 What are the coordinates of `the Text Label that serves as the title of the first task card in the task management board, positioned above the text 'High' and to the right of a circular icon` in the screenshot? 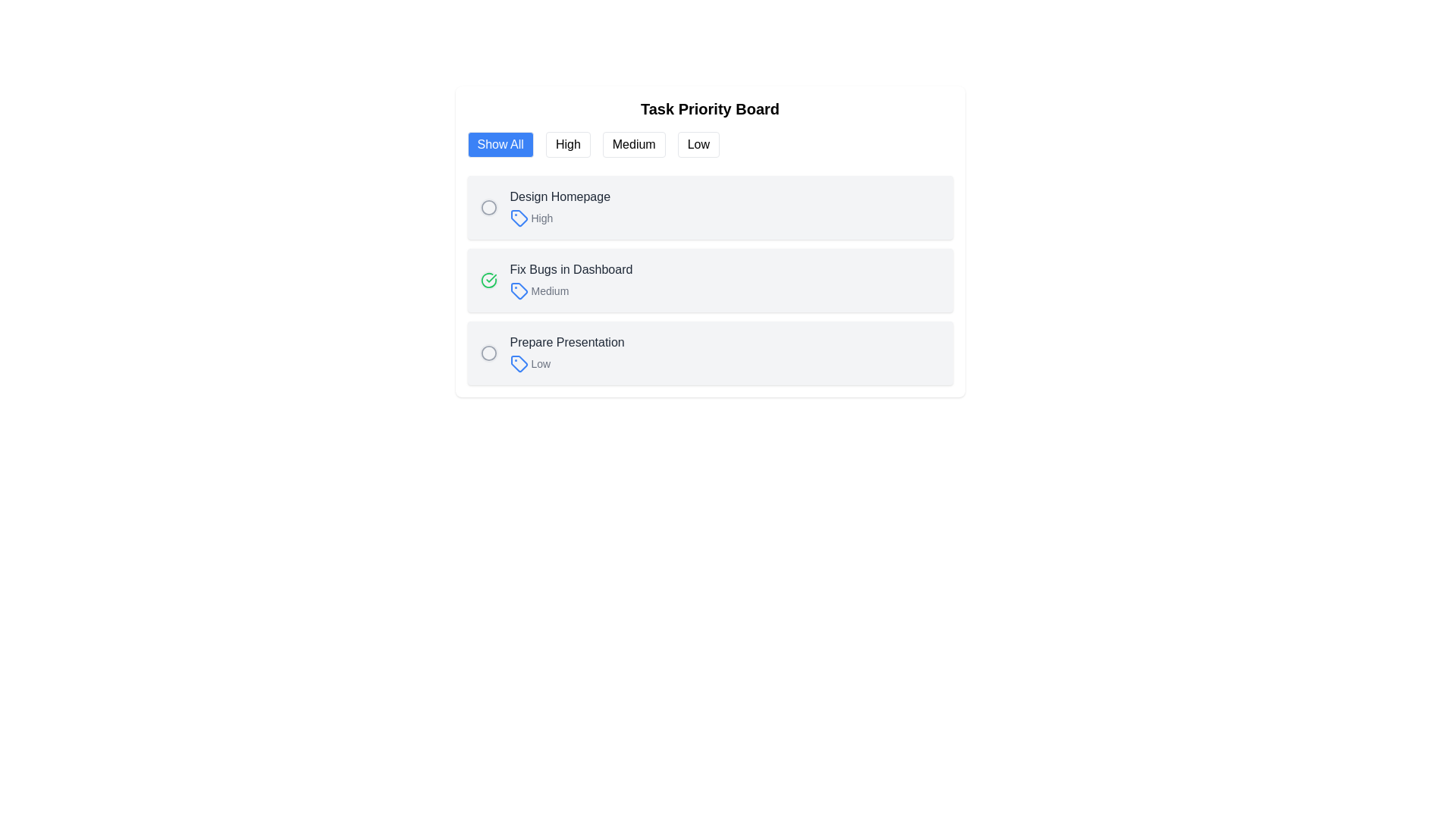 It's located at (559, 196).